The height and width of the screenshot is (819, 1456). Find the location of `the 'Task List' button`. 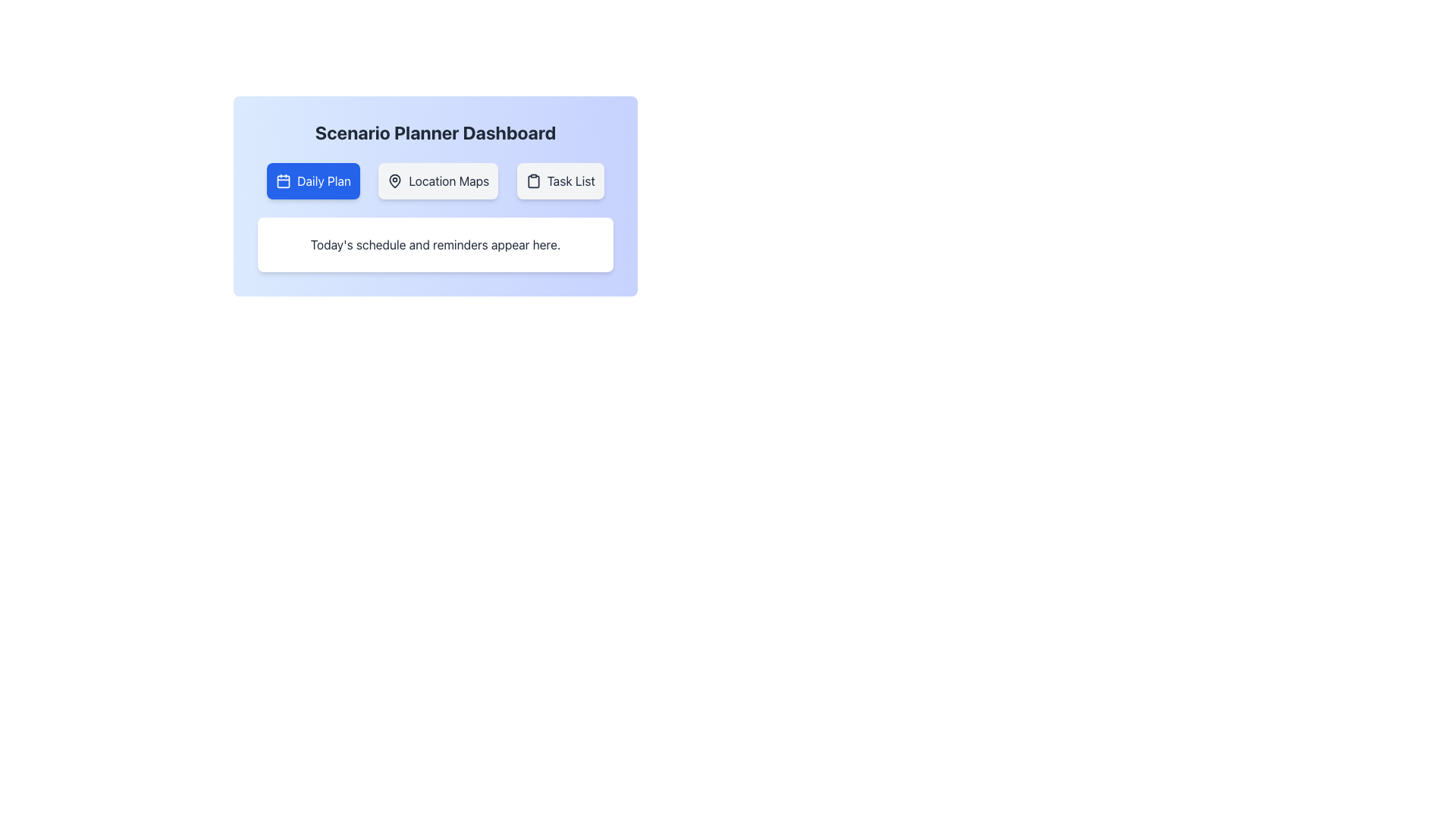

the 'Task List' button is located at coordinates (560, 180).